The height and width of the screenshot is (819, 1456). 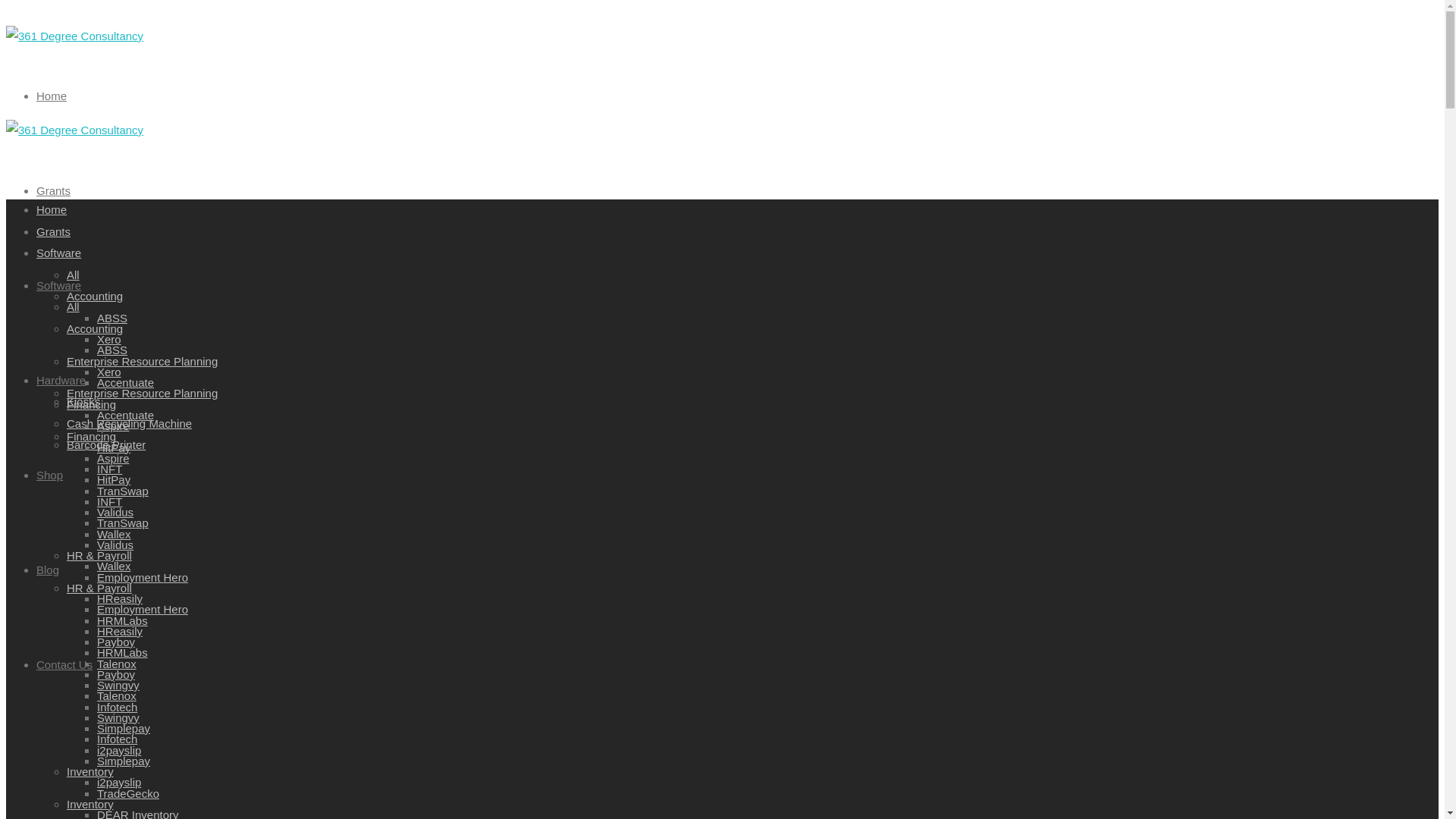 I want to click on 'Simplepay', so click(x=124, y=727).